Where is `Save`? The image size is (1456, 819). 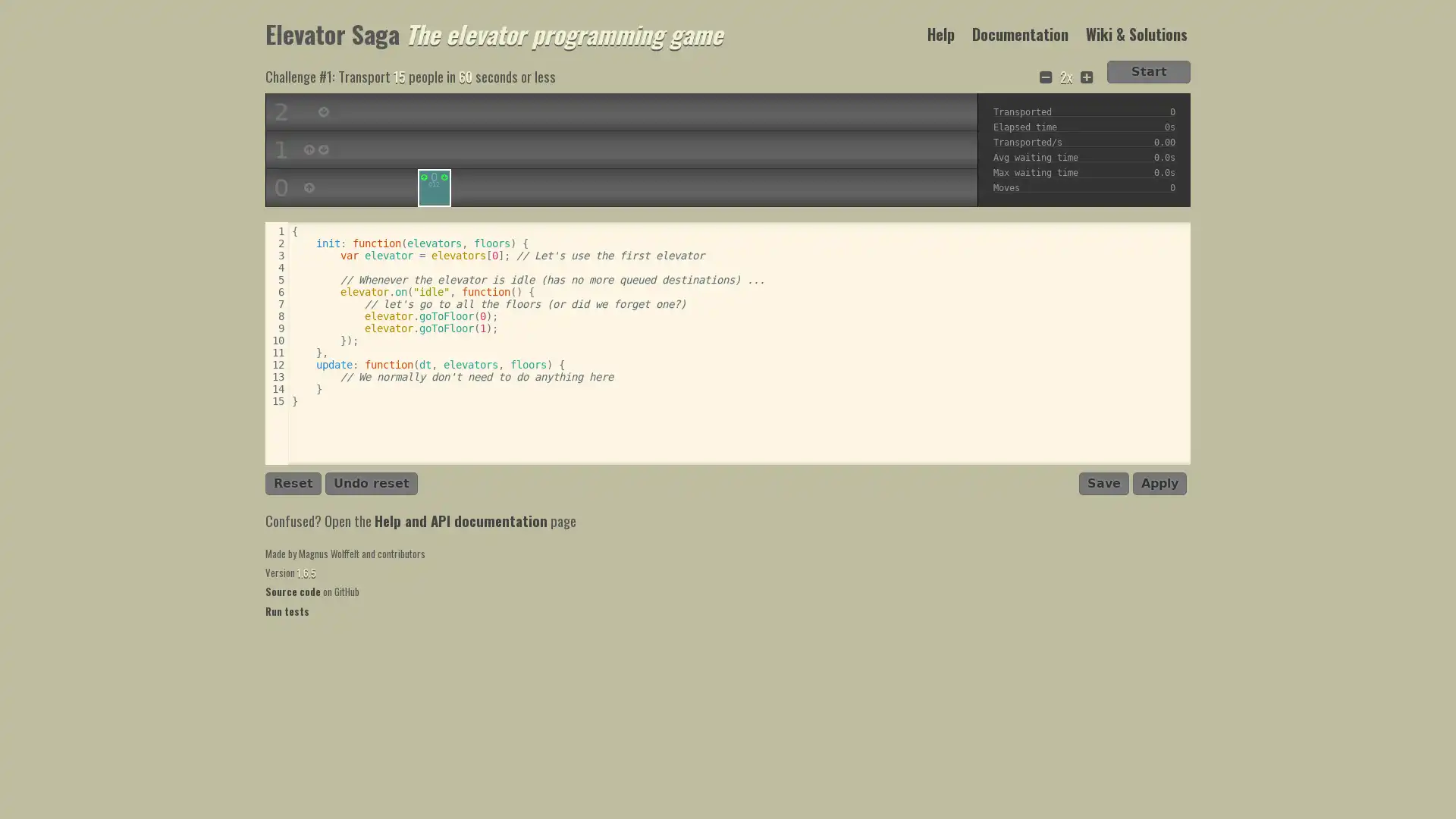
Save is located at coordinates (1103, 483).